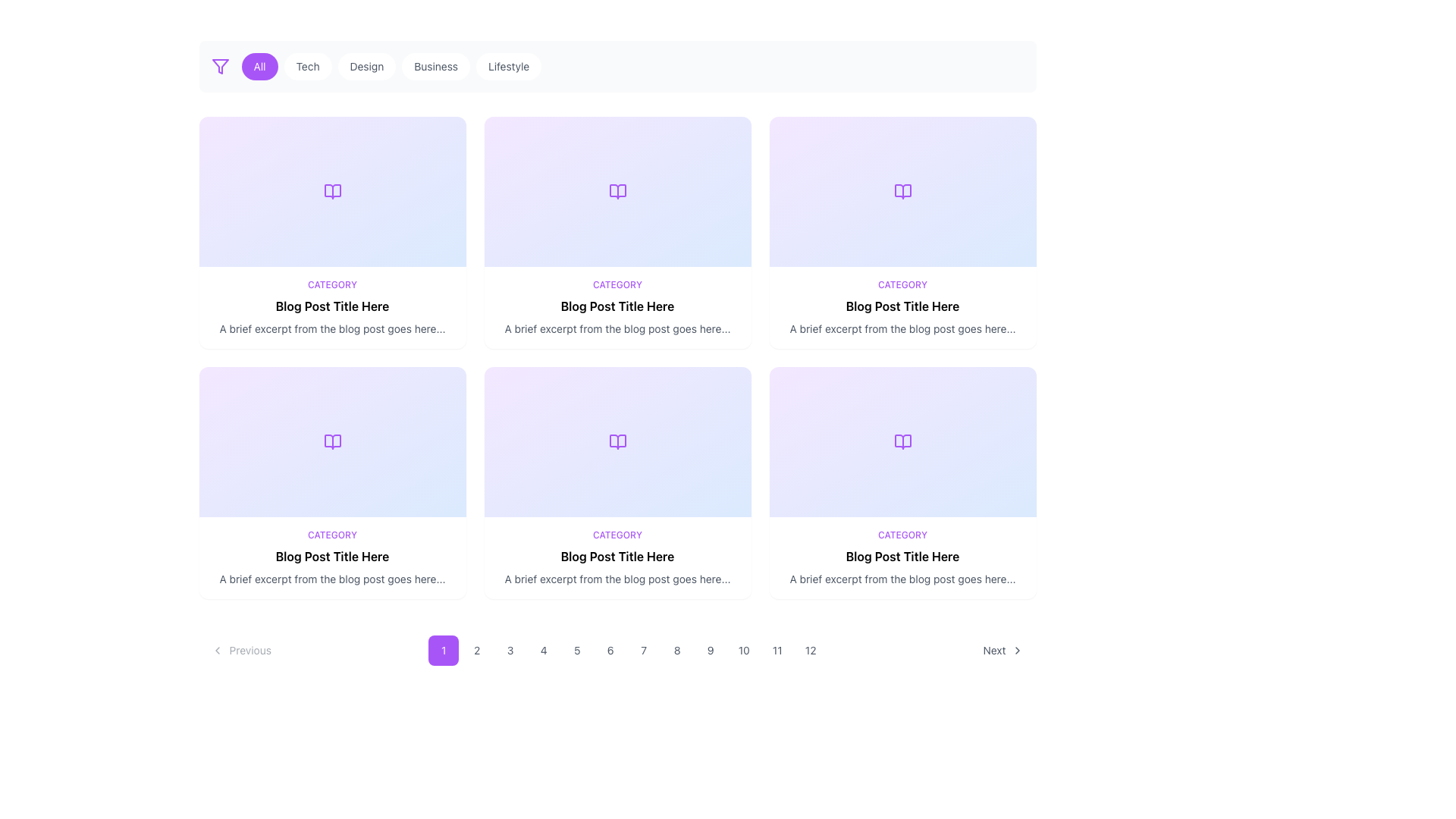 This screenshot has width=1456, height=819. I want to click on the purple book icon located in the third card of the first row in the displayed grid of cards, so click(902, 191).